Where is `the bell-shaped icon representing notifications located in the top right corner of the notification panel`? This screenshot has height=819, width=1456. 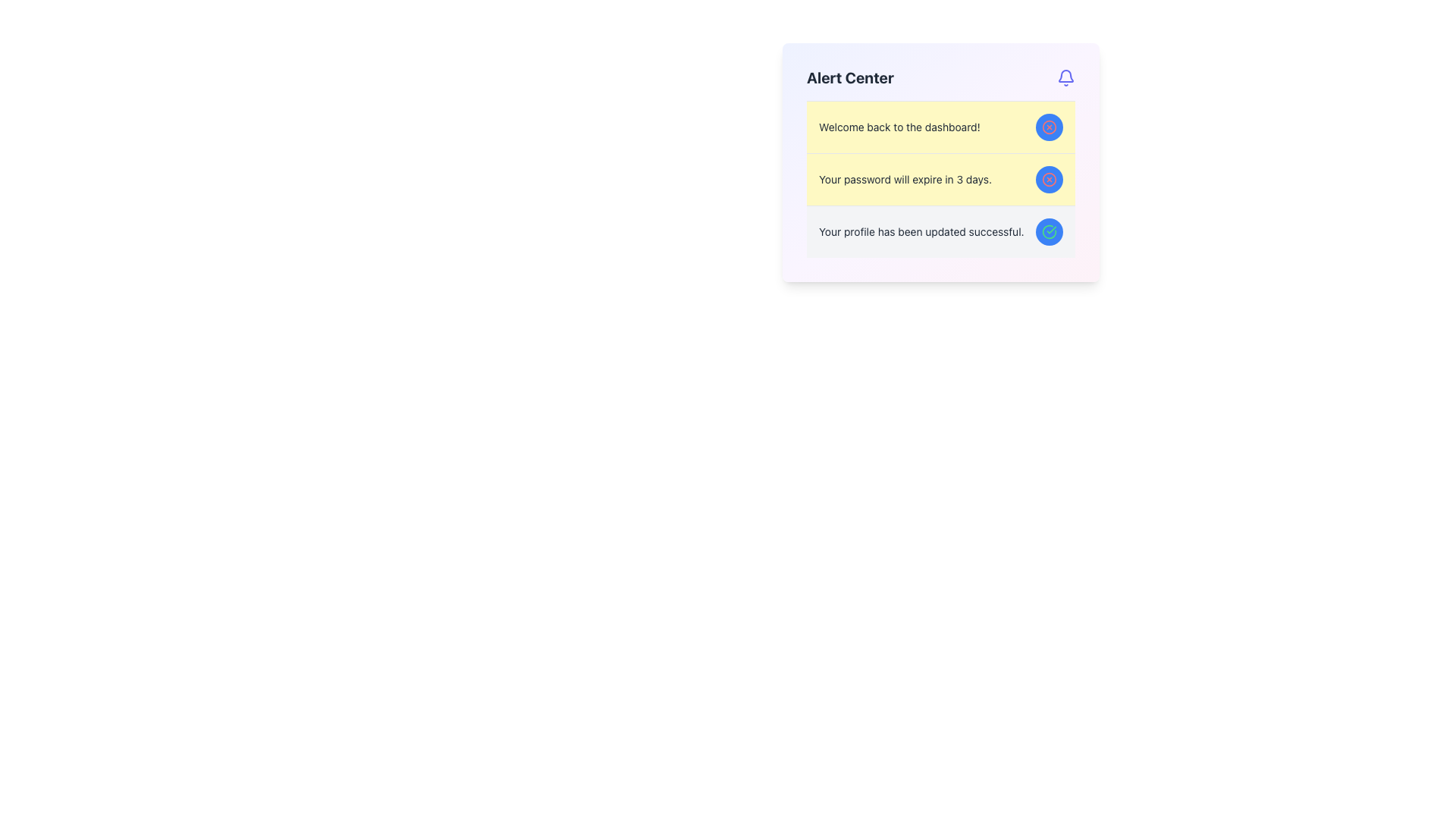 the bell-shaped icon representing notifications located in the top right corner of the notification panel is located at coordinates (1065, 76).